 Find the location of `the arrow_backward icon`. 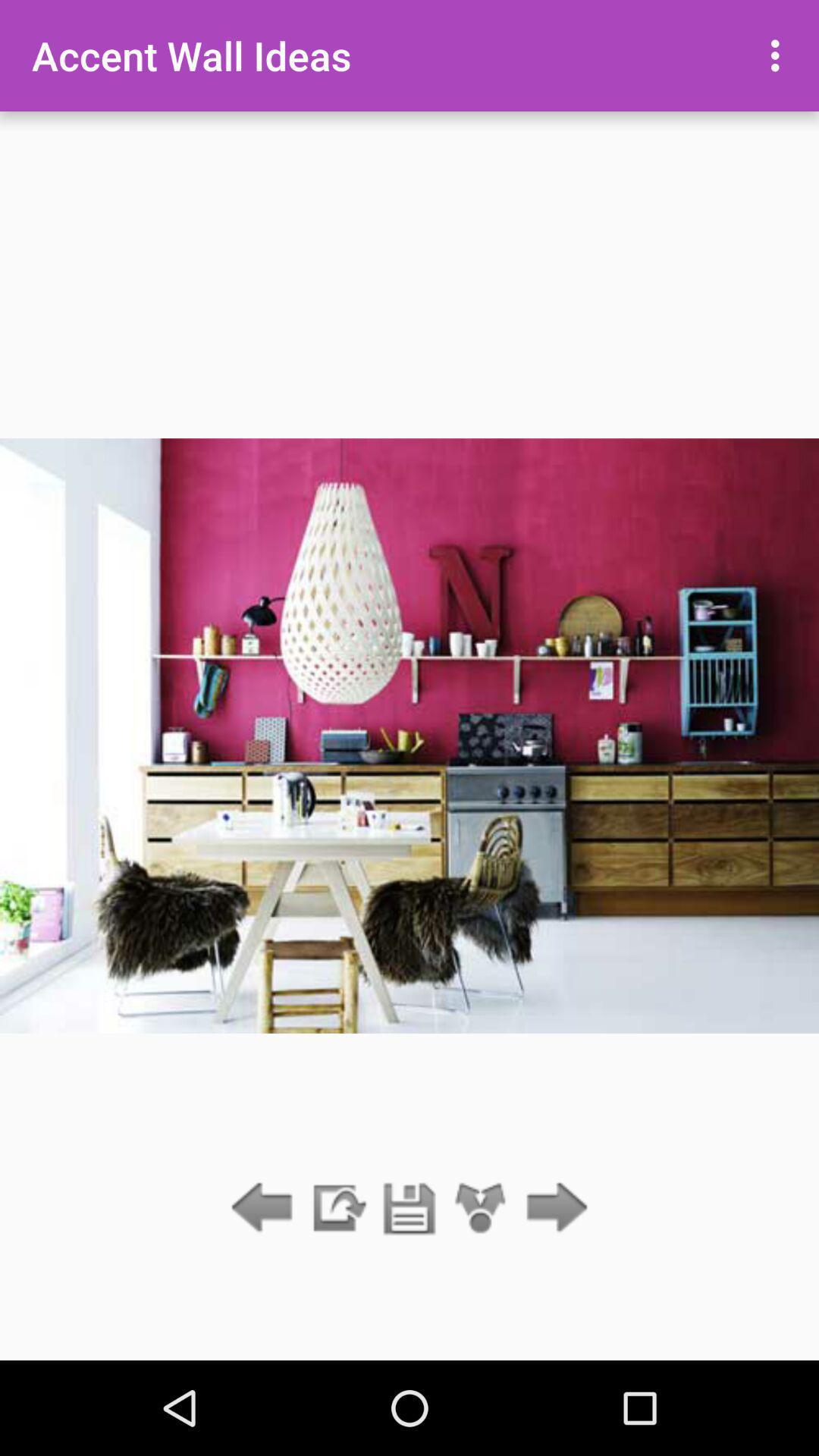

the arrow_backward icon is located at coordinates (265, 1208).